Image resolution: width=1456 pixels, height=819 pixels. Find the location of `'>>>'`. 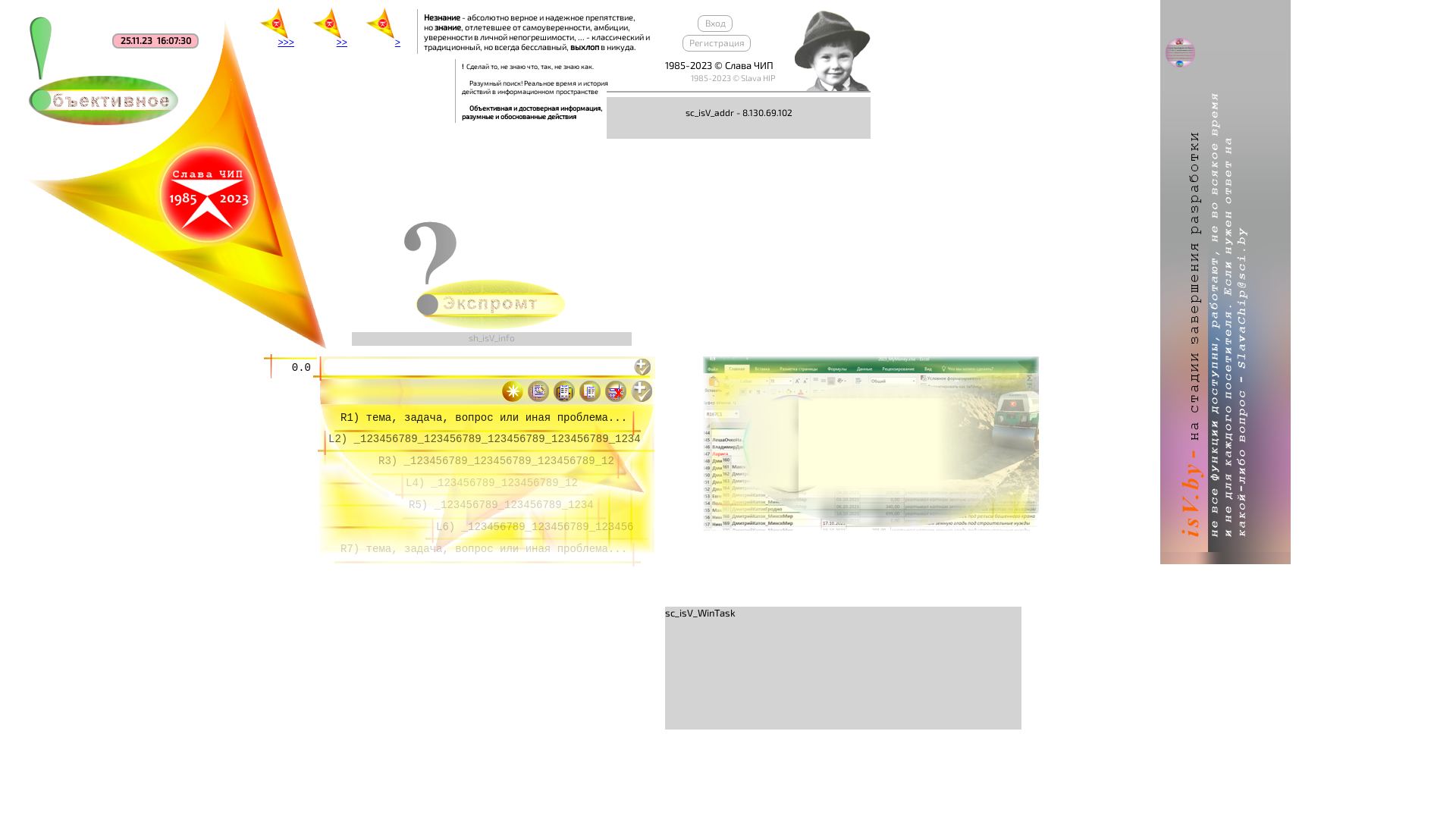

'>>>' is located at coordinates (258, 30).